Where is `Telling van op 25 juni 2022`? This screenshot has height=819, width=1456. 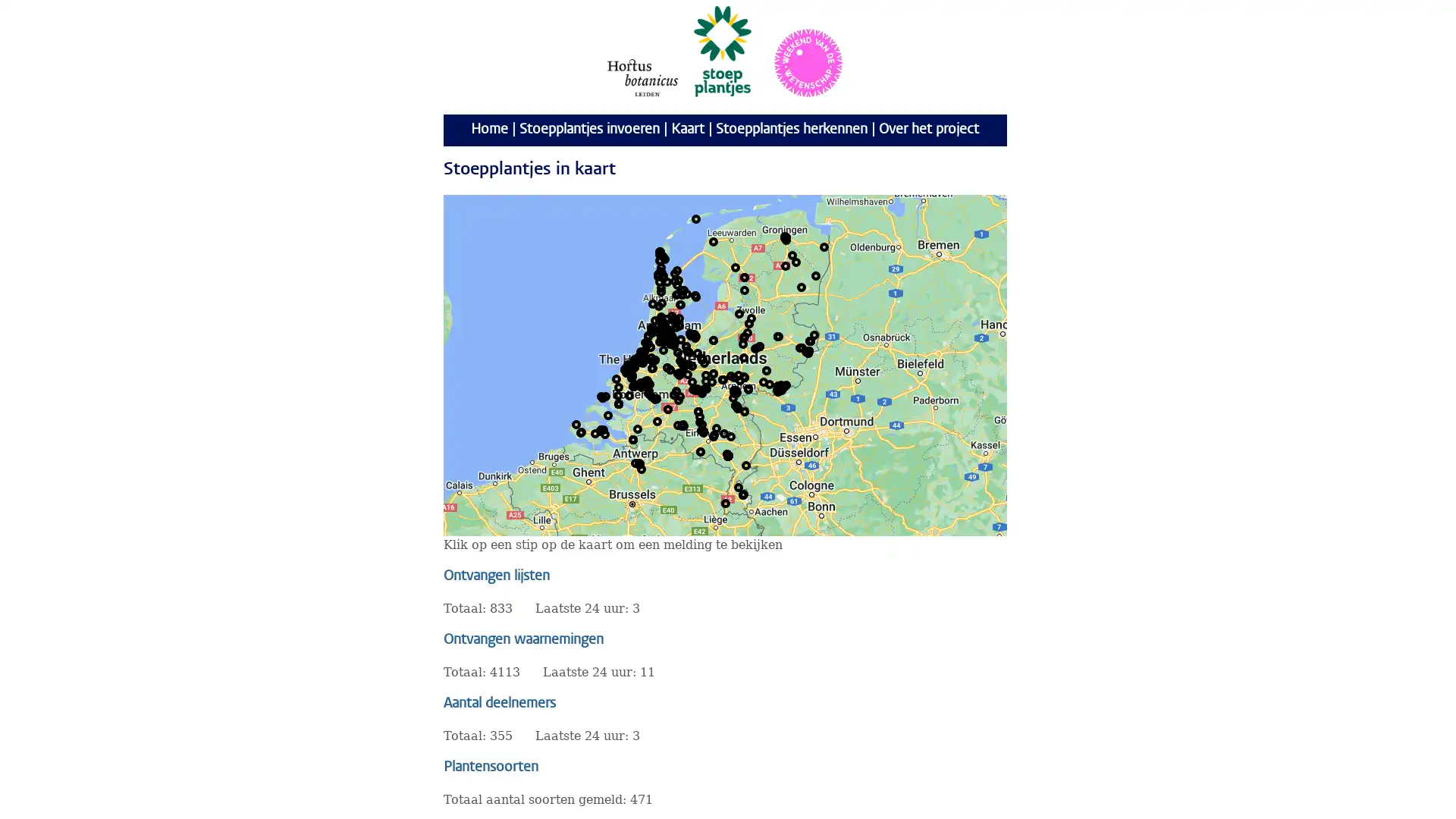
Telling van op 25 juni 2022 is located at coordinates (728, 455).